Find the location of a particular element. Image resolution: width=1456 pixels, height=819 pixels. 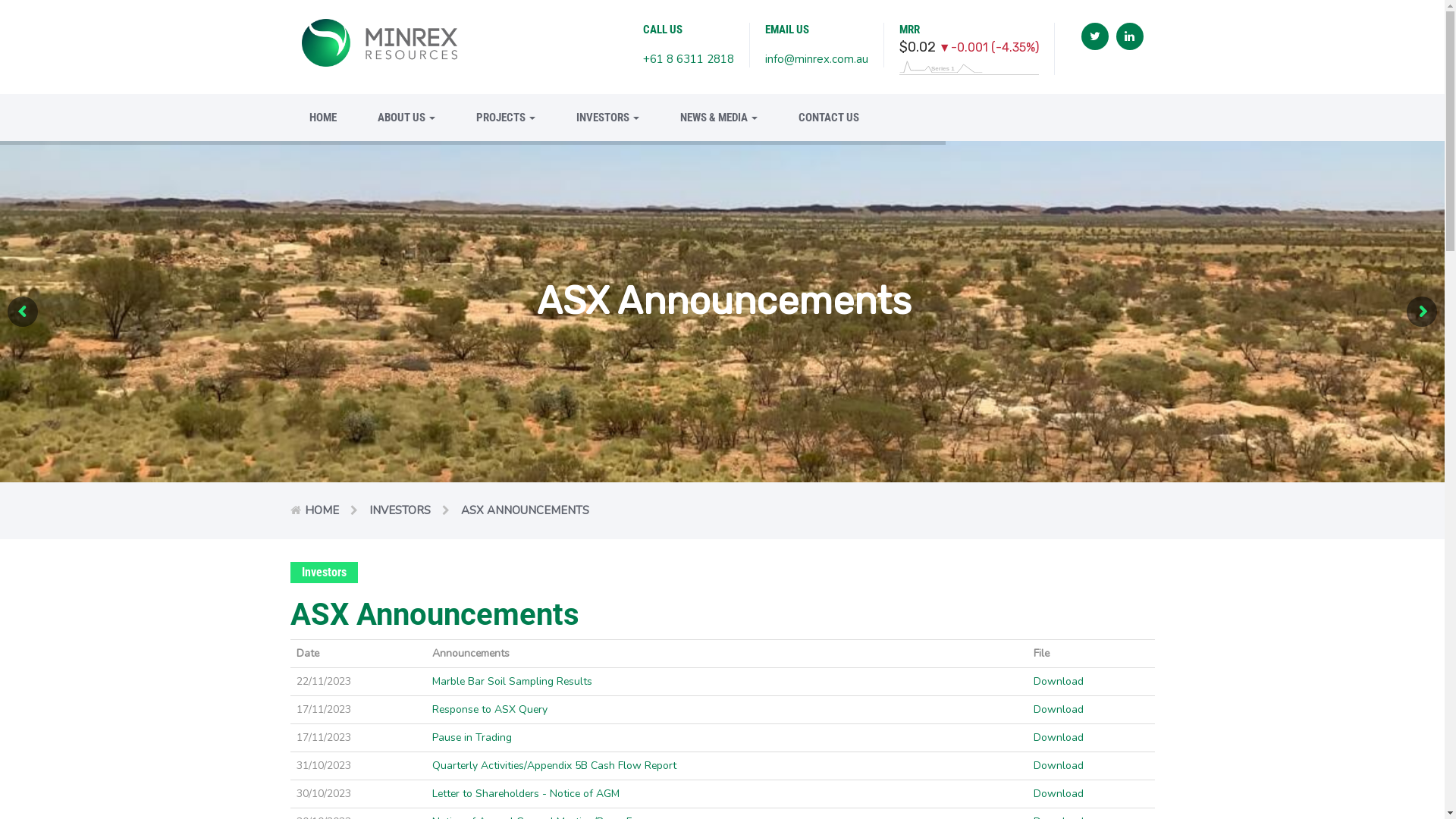

'NEWS & MEDIA' is located at coordinates (661, 116).